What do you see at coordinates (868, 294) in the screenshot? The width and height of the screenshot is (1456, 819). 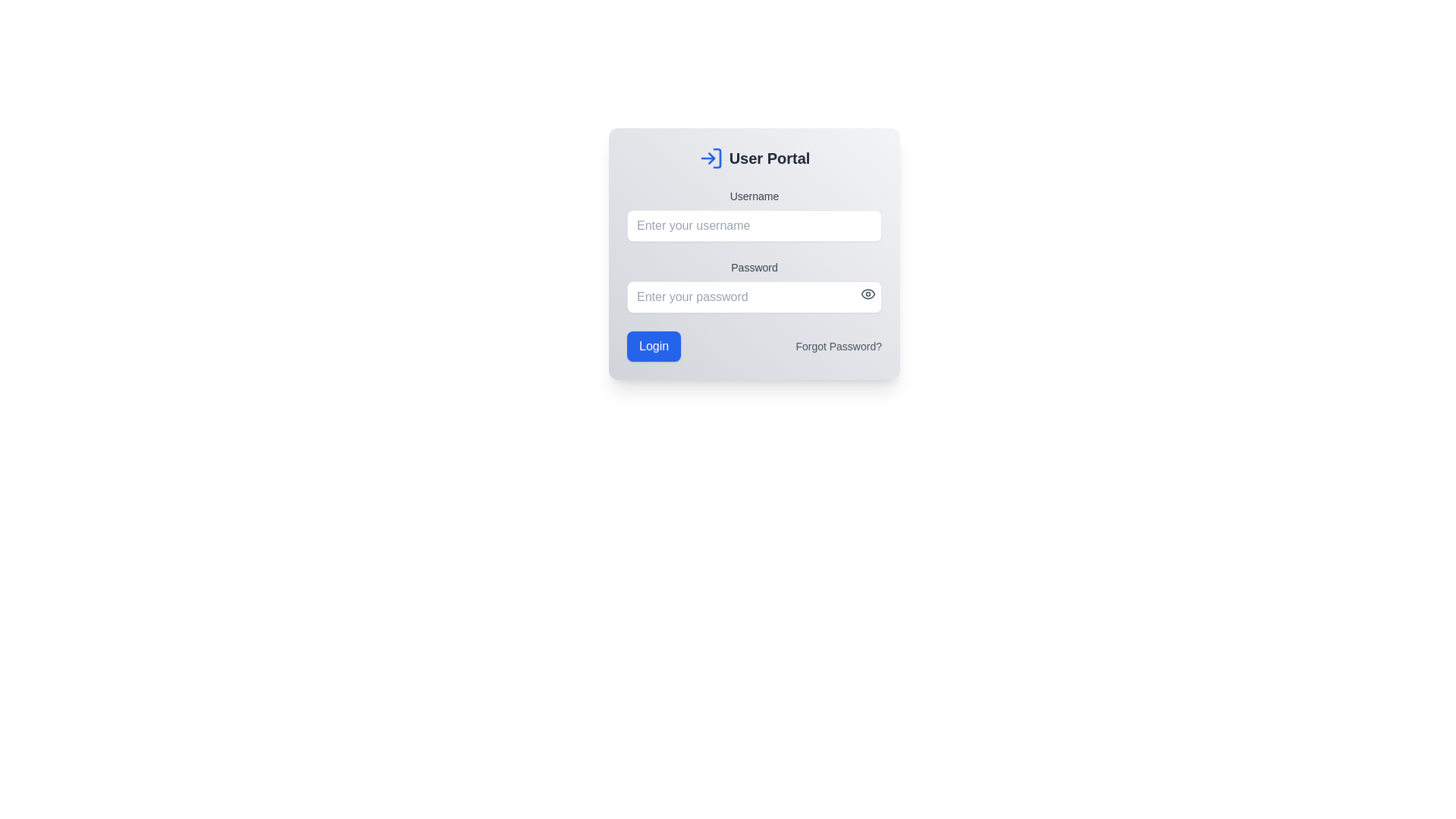 I see `the password visibility toggle icon located in the bottom-right corner of the password input box` at bounding box center [868, 294].